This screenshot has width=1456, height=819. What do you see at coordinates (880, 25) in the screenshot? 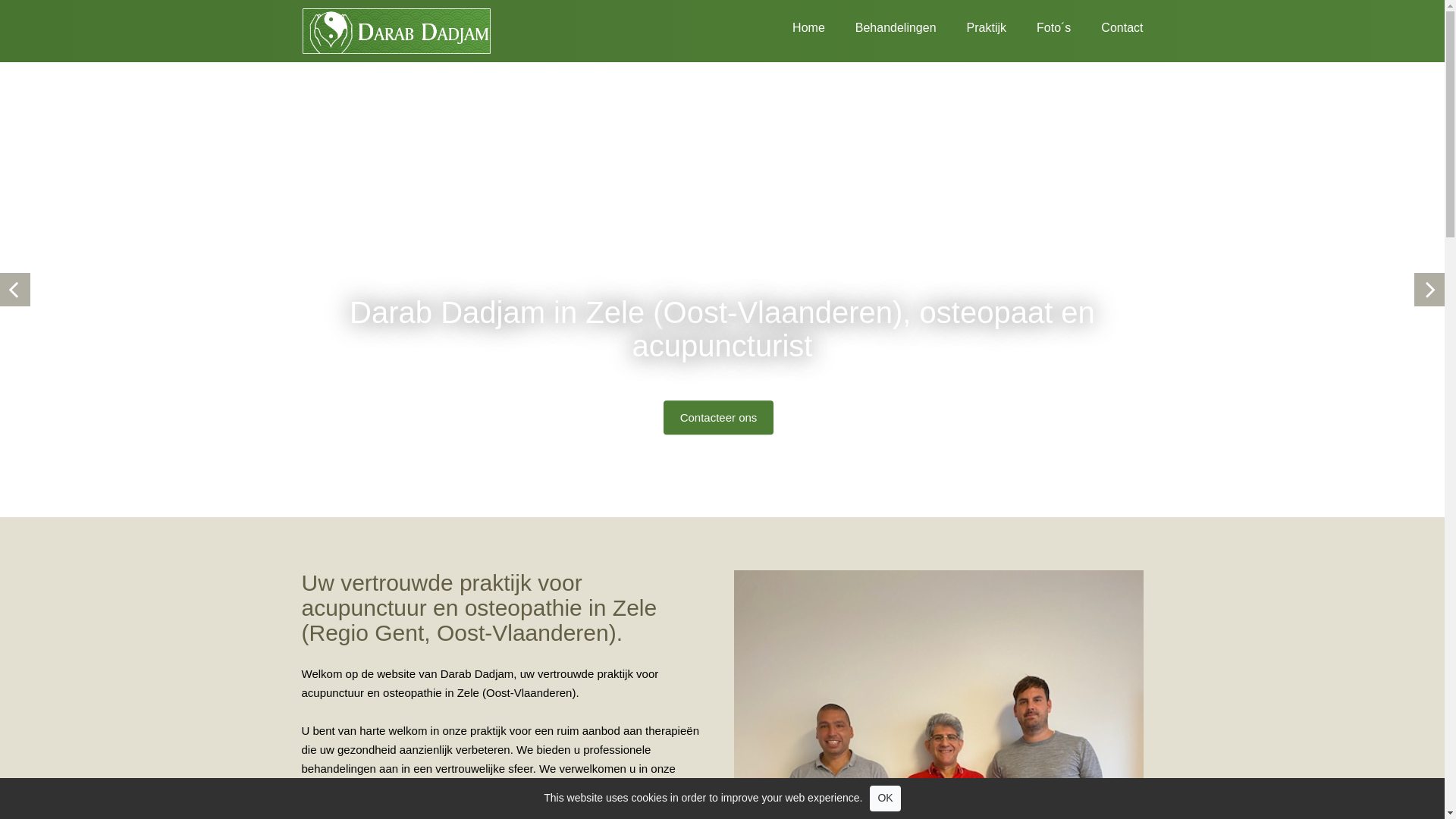
I see `'Behandelingen'` at bounding box center [880, 25].